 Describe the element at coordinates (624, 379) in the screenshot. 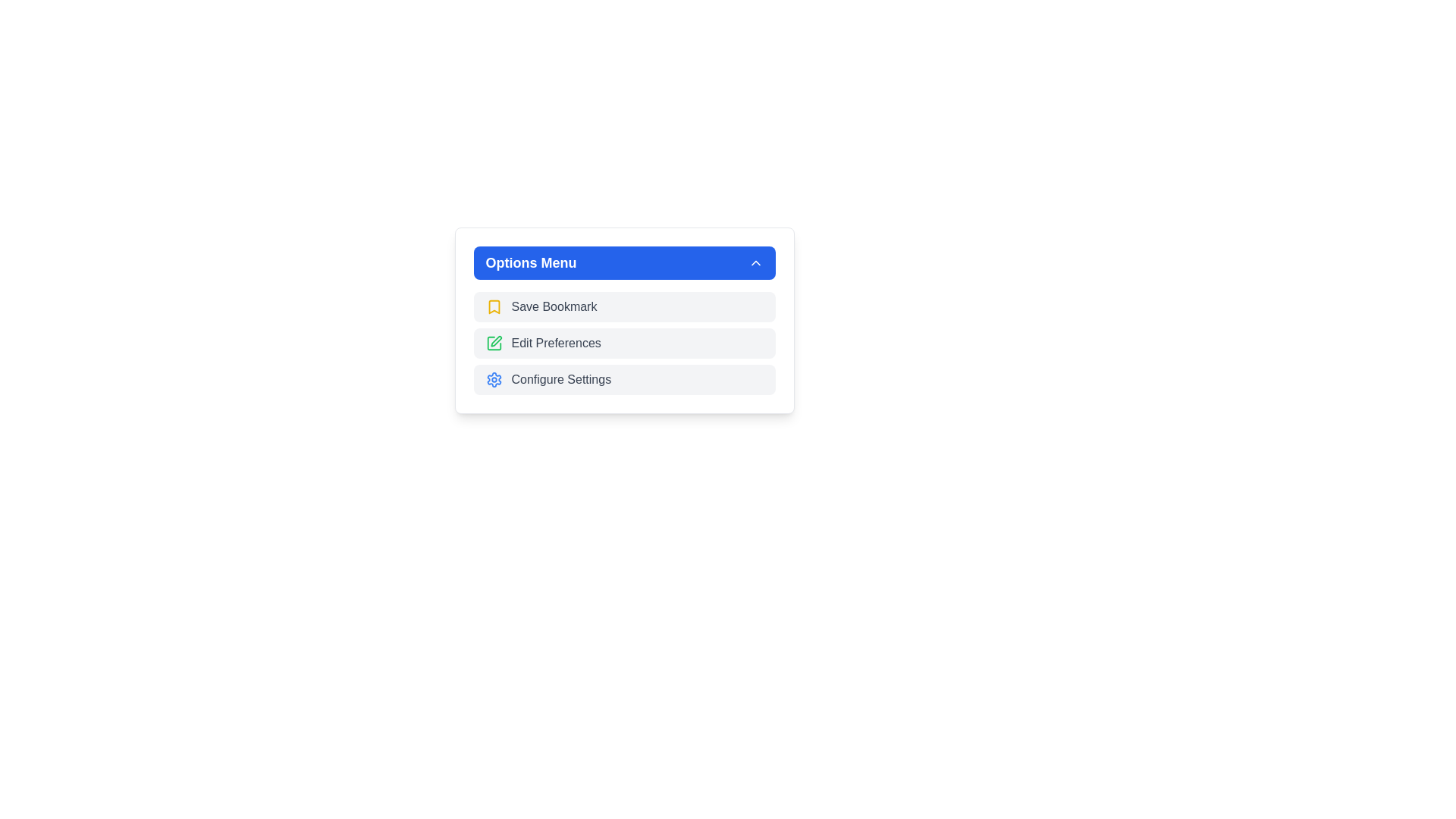

I see `keyboard navigation` at that location.